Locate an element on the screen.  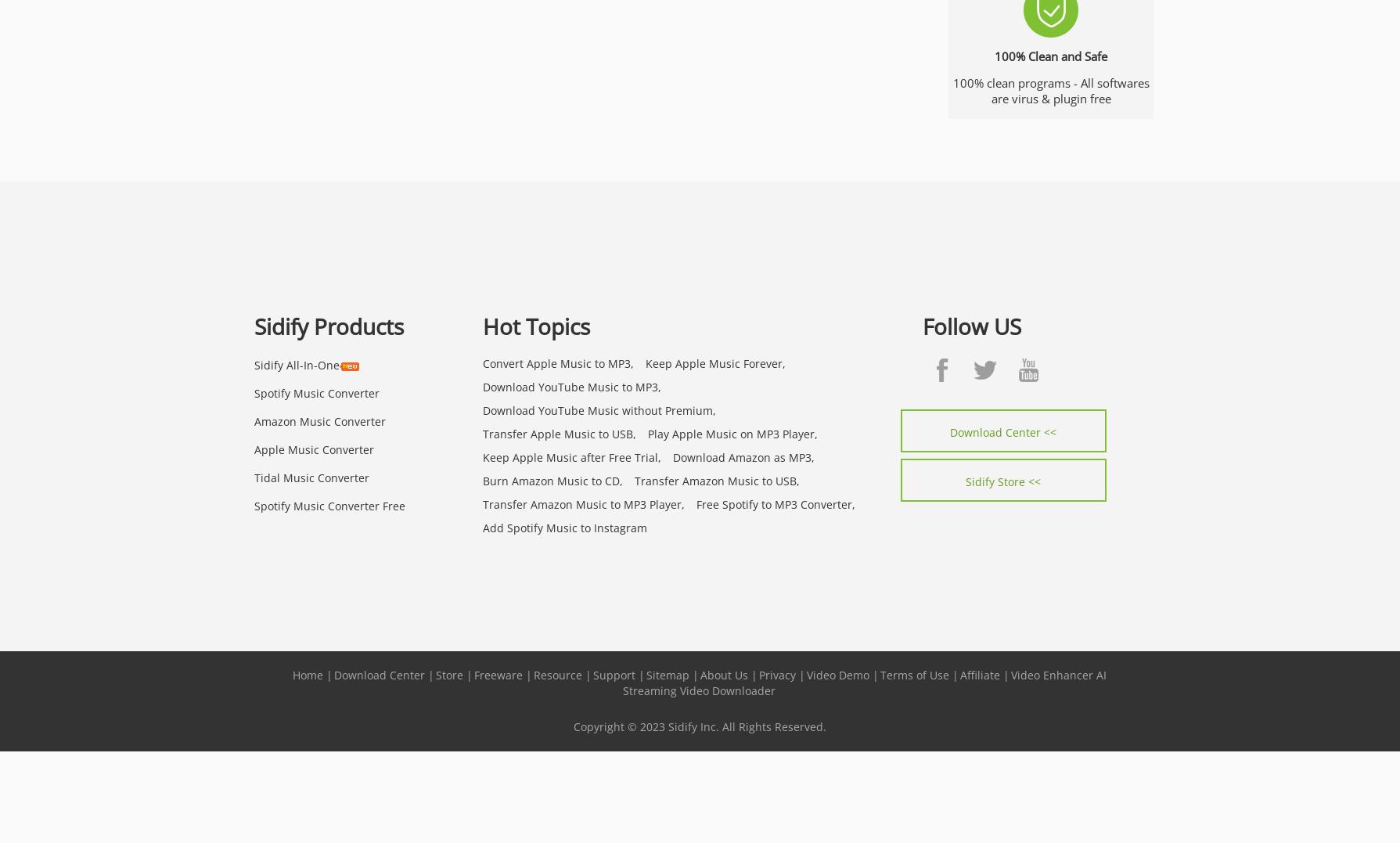
'100% Clean and Safe' is located at coordinates (995, 56).